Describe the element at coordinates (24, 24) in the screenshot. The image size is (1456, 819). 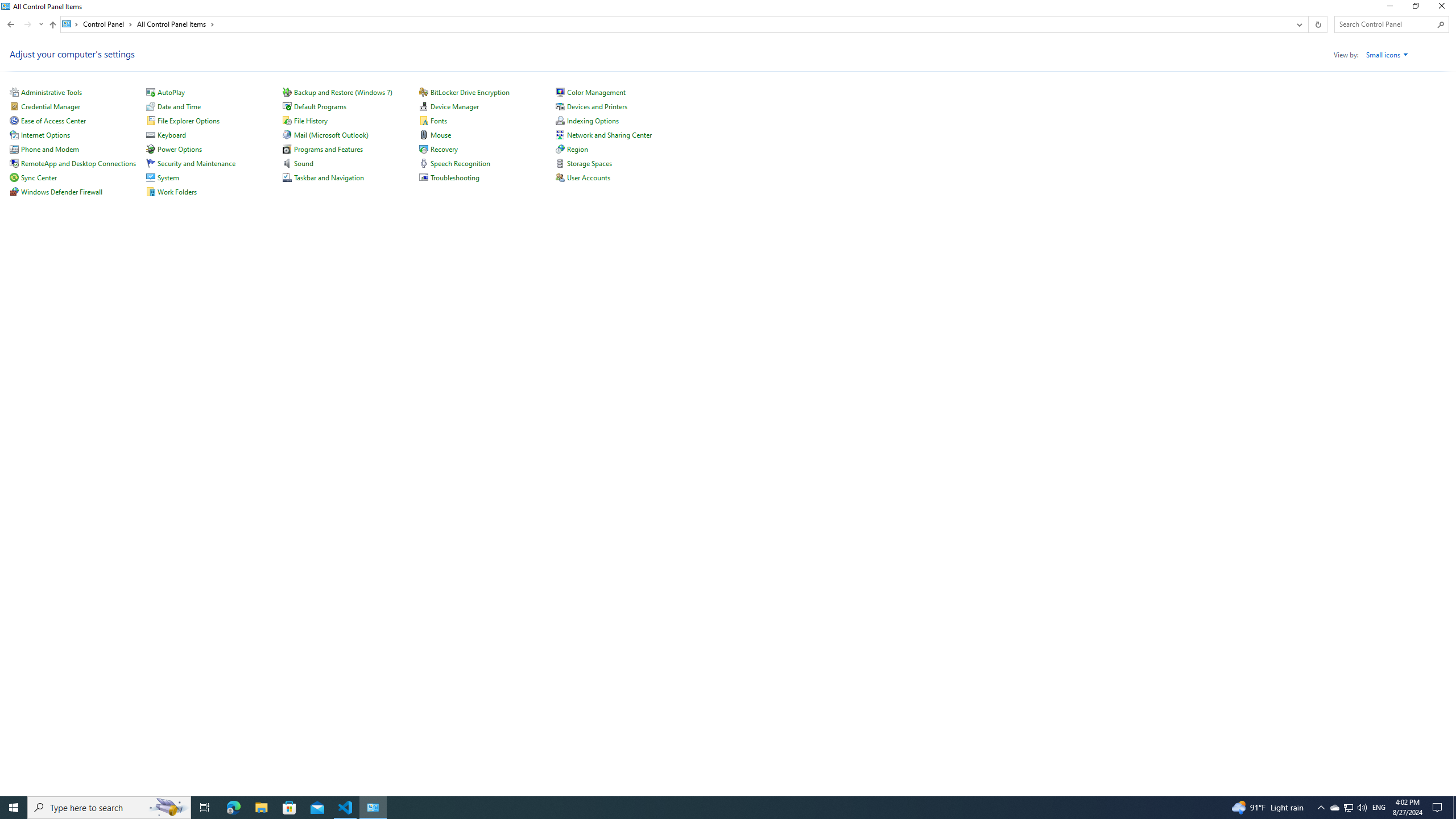
I see `'Navigation buttons'` at that location.